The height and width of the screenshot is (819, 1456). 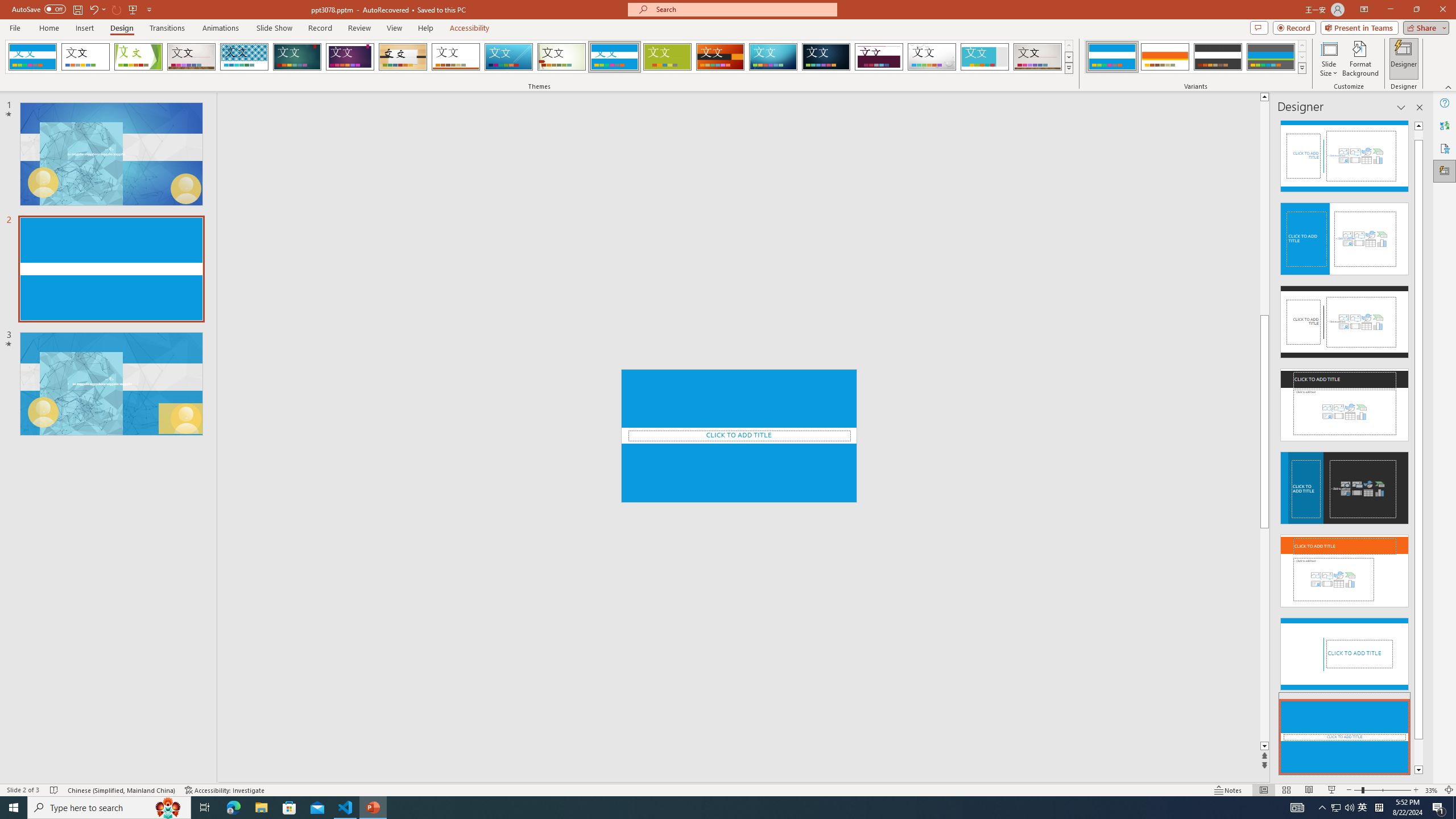 I want to click on 'Organic', so click(x=403, y=56).